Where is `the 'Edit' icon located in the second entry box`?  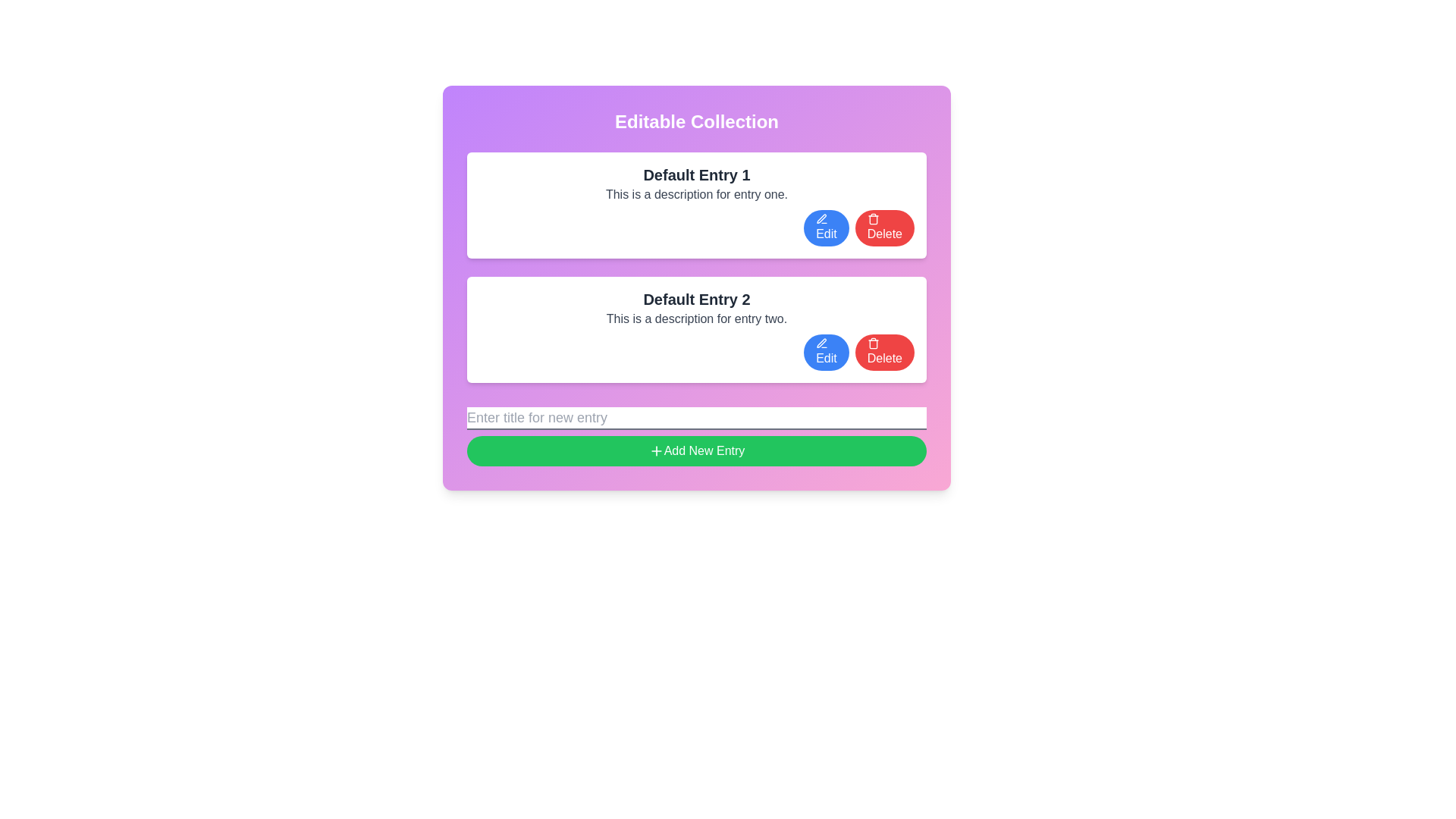
the 'Edit' icon located in the second entry box is located at coordinates (821, 343).